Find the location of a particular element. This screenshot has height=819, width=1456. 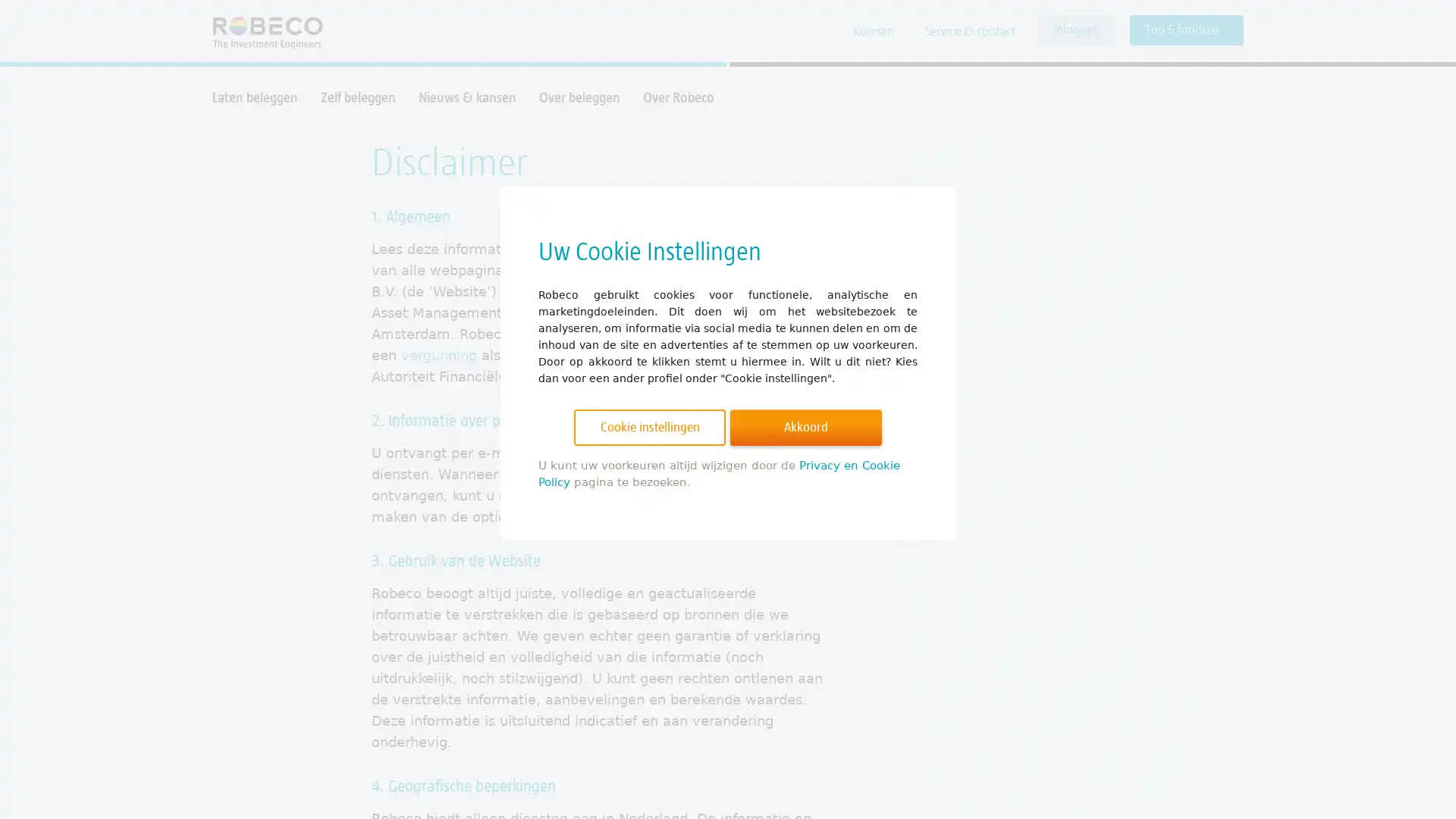

Over beleggen is located at coordinates (579, 97).